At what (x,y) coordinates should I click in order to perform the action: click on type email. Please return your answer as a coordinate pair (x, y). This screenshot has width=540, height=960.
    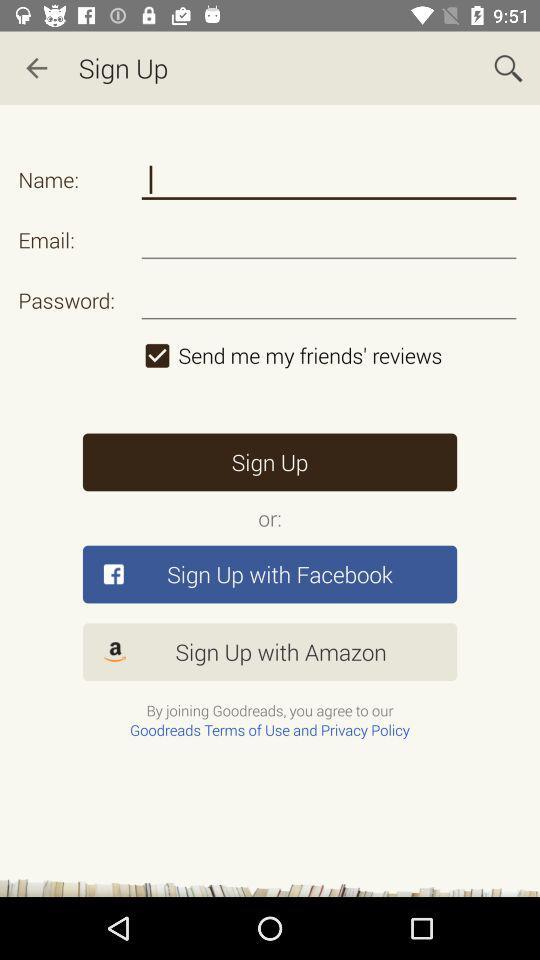
    Looking at the image, I should click on (329, 240).